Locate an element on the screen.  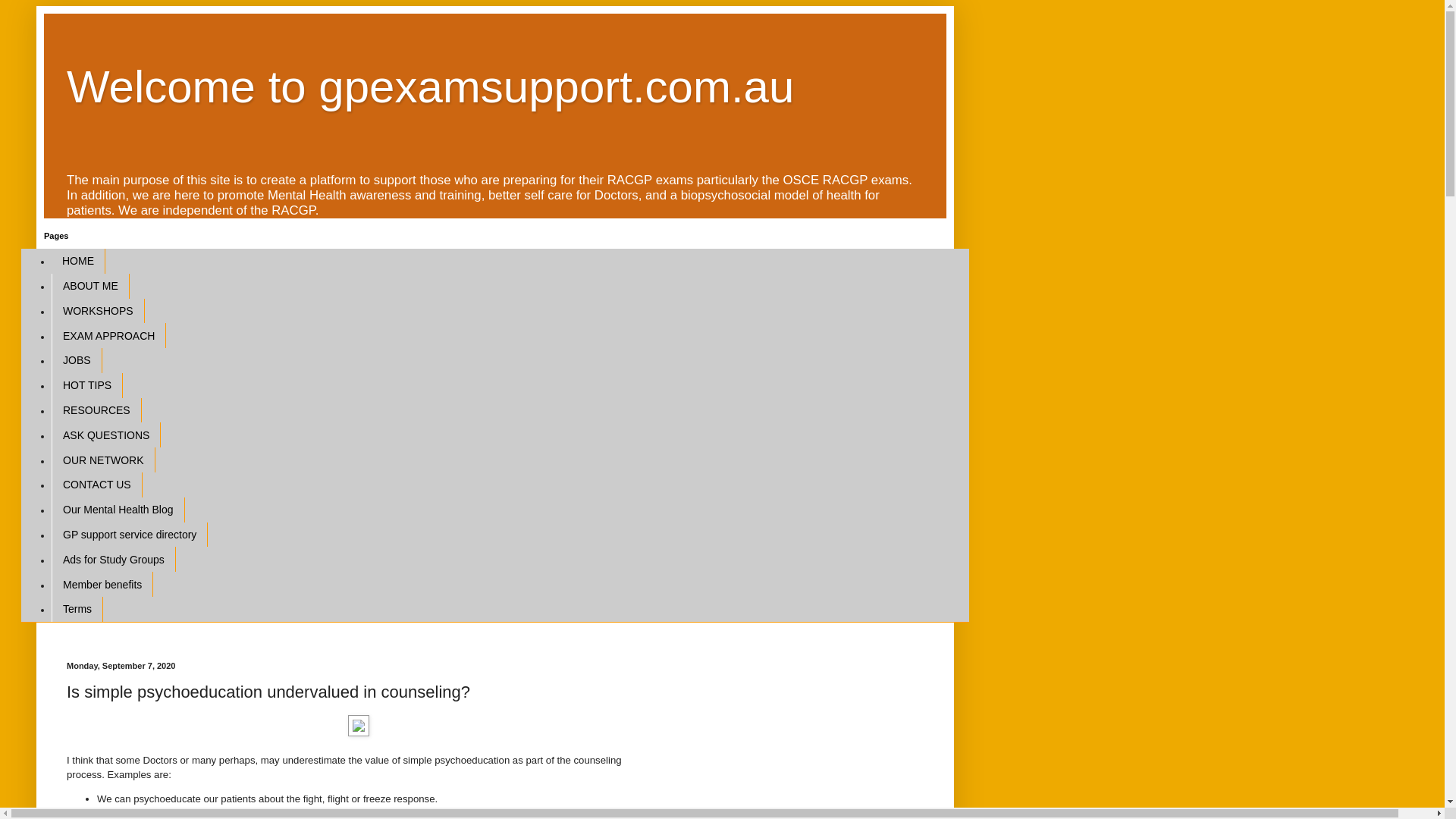
'Member benefits' is located at coordinates (101, 583).